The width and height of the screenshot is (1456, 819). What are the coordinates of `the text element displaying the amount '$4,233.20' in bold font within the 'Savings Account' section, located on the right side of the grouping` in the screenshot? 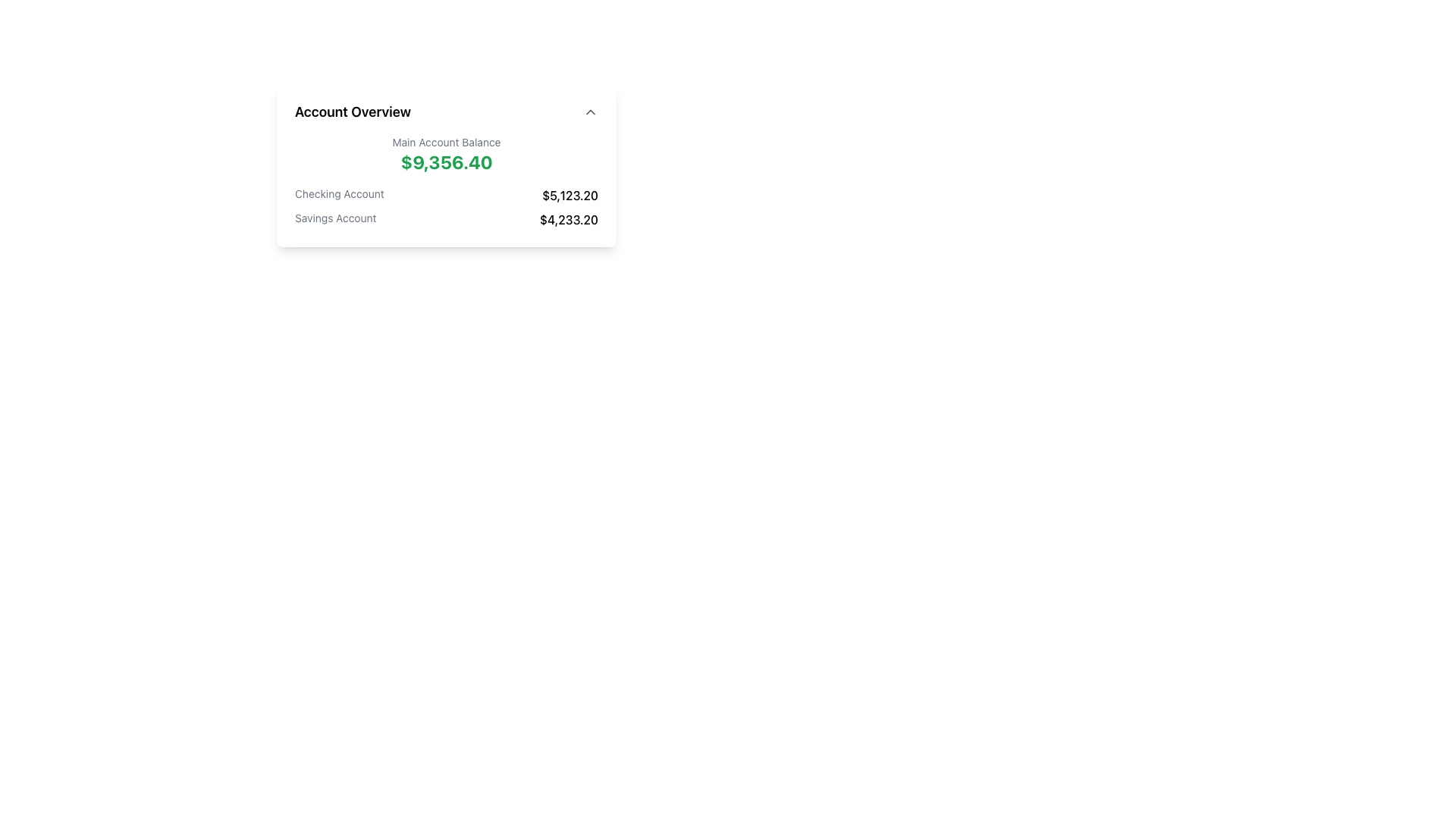 It's located at (568, 219).